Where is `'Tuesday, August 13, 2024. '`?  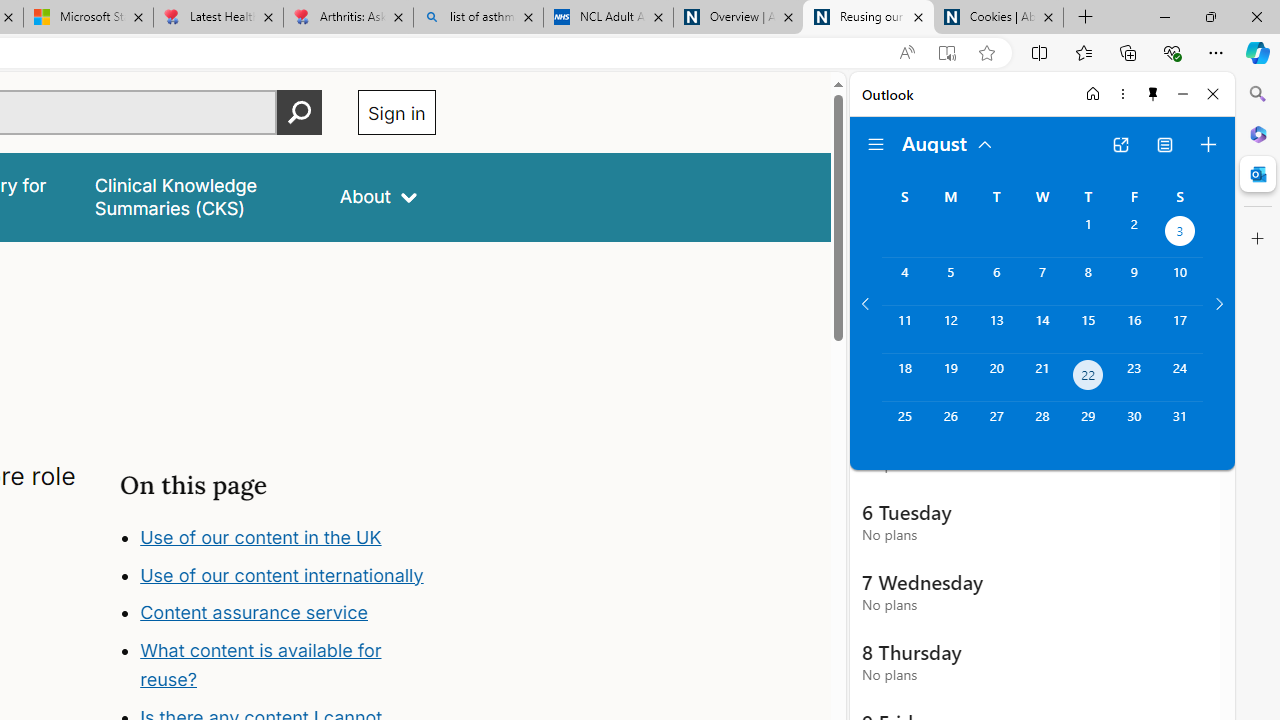 'Tuesday, August 13, 2024. ' is located at coordinates (996, 328).